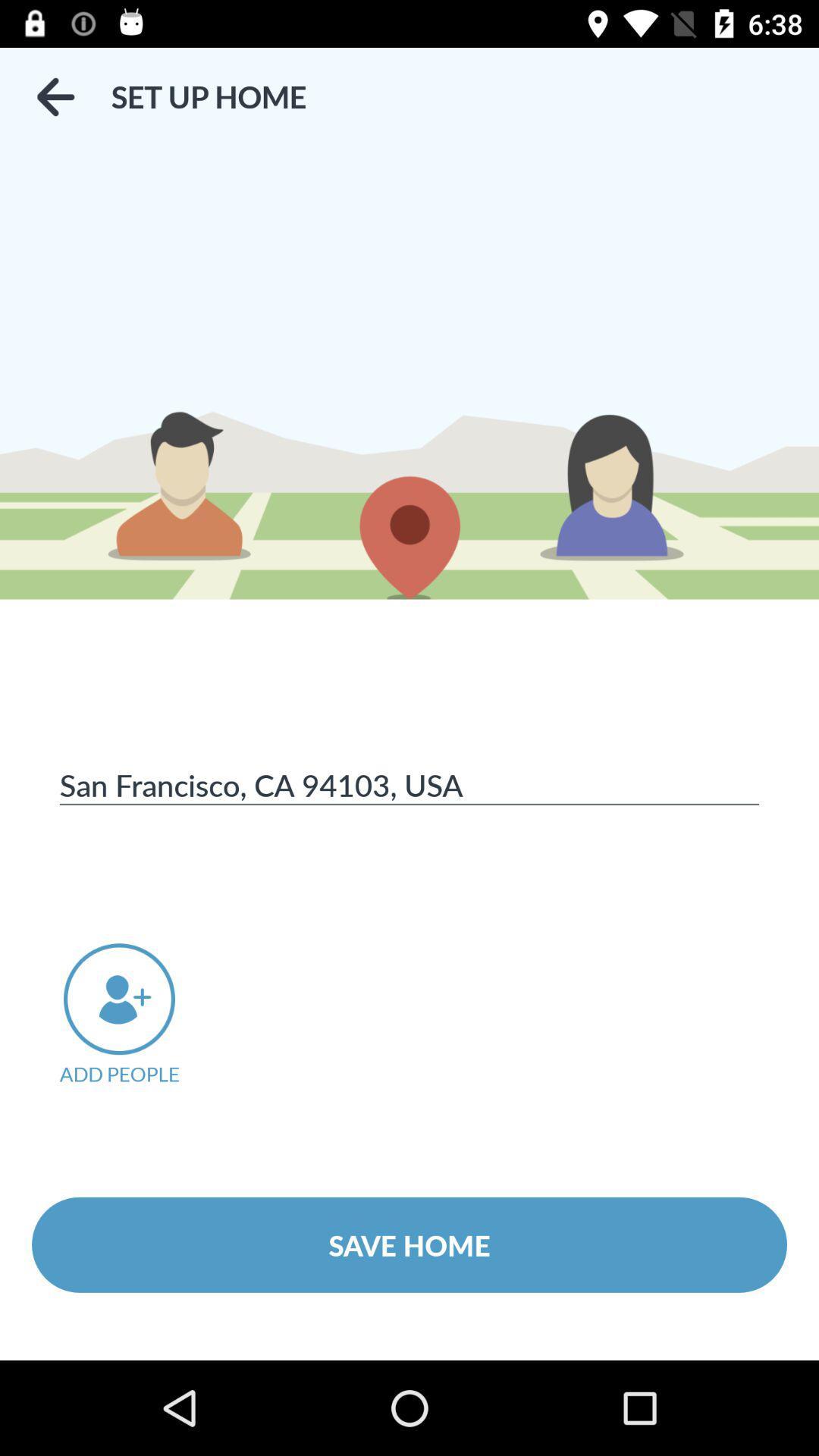 Image resolution: width=819 pixels, height=1456 pixels. What do you see at coordinates (140, 1015) in the screenshot?
I see `the icon at the bottom left corner` at bounding box center [140, 1015].